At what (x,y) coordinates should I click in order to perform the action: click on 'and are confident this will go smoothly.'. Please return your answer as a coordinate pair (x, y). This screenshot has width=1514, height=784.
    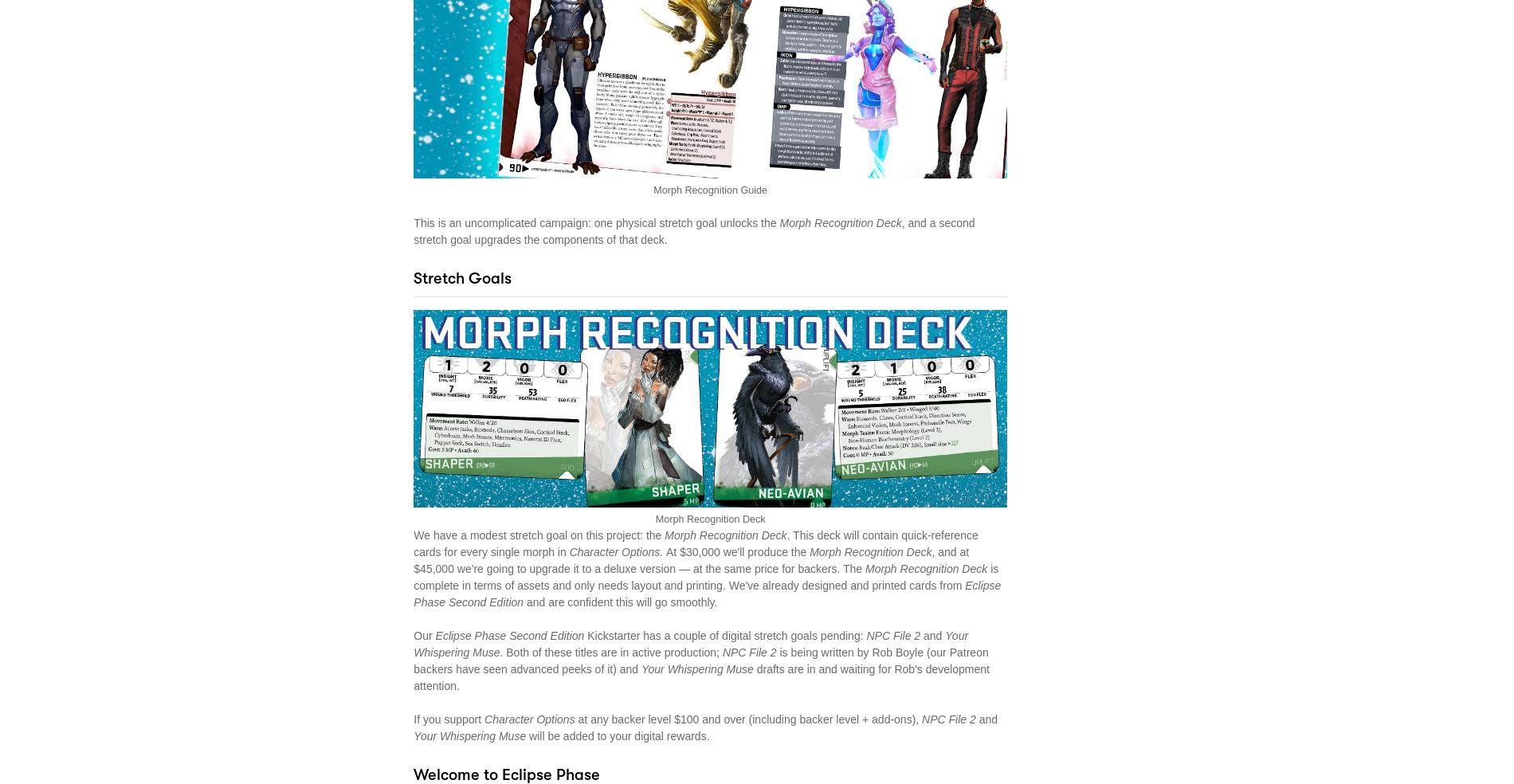
    Looking at the image, I should click on (619, 602).